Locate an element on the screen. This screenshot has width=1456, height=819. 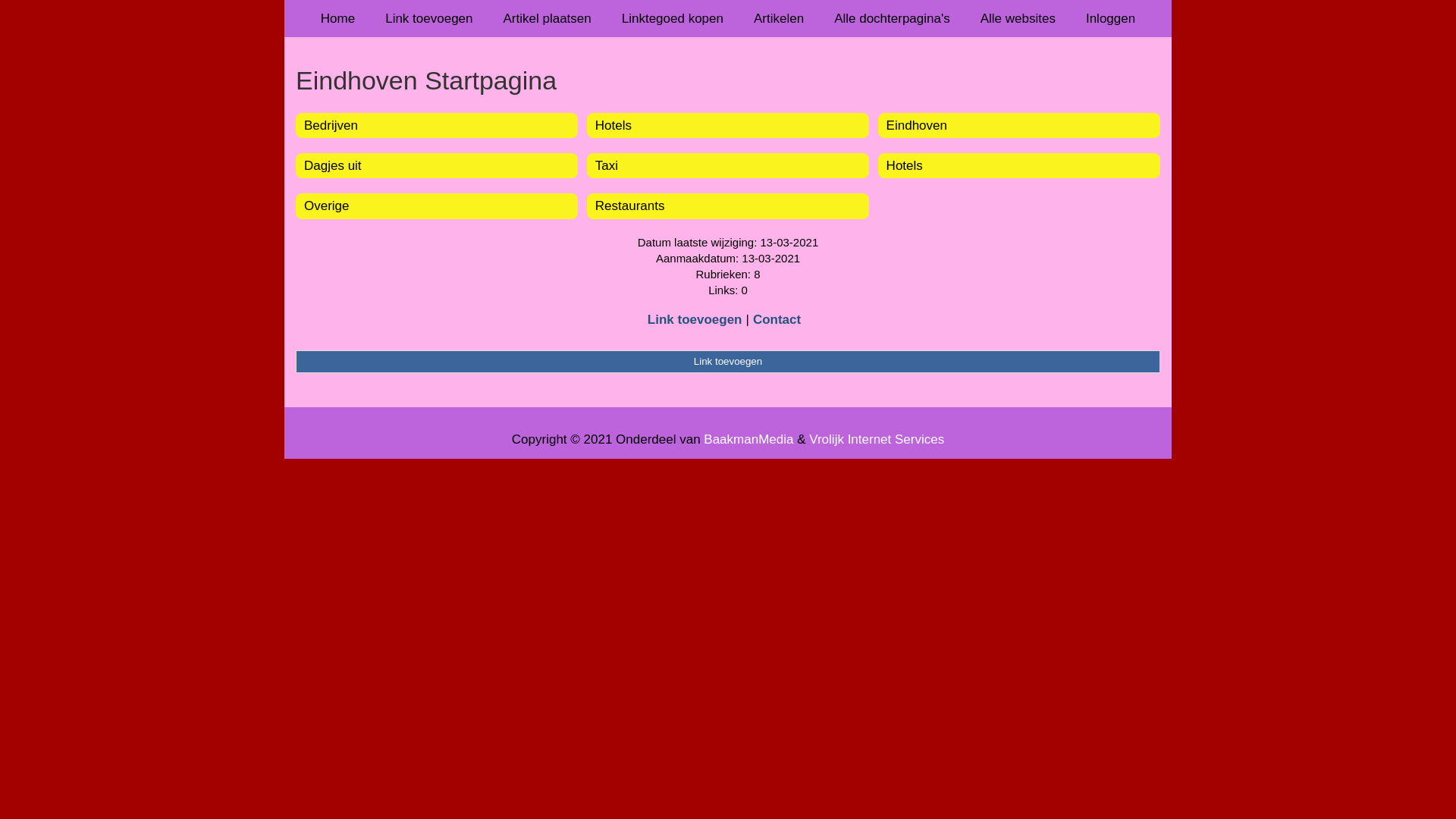
'Bedrijven' is located at coordinates (330, 124).